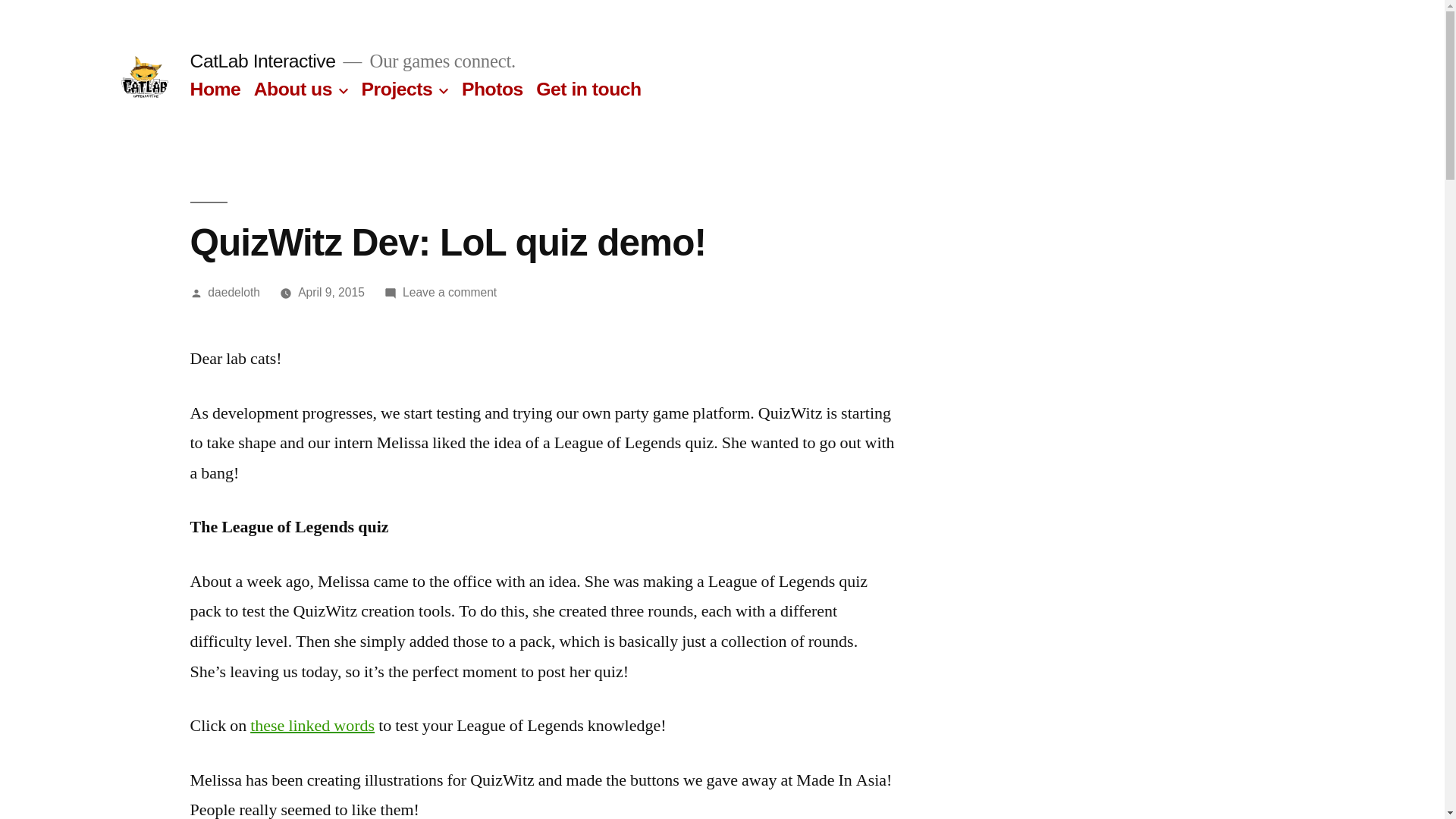 This screenshot has height=819, width=1456. Describe the element at coordinates (293, 89) in the screenshot. I see `'About us'` at that location.